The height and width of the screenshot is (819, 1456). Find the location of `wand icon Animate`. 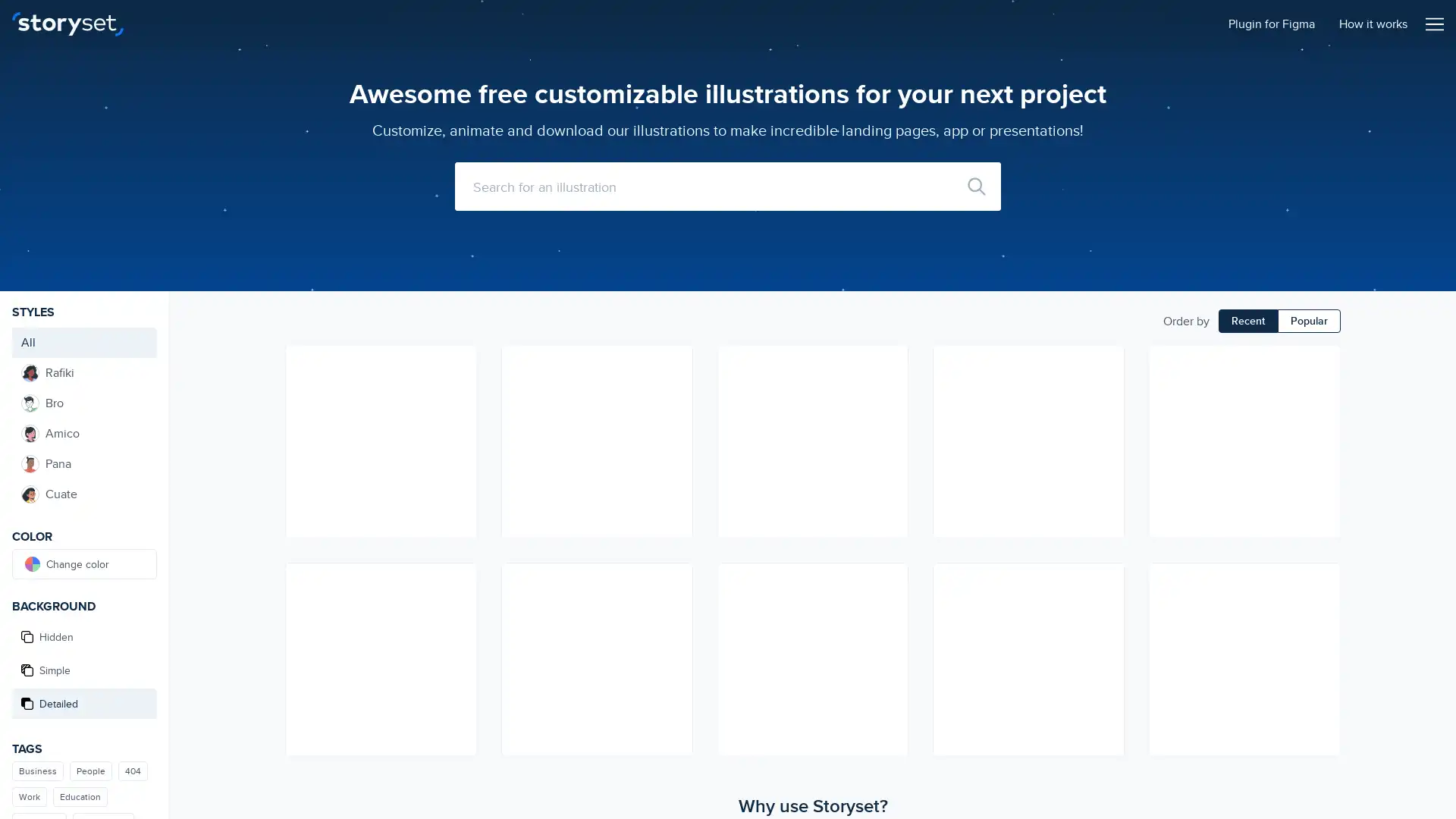

wand icon Animate is located at coordinates (673, 363).